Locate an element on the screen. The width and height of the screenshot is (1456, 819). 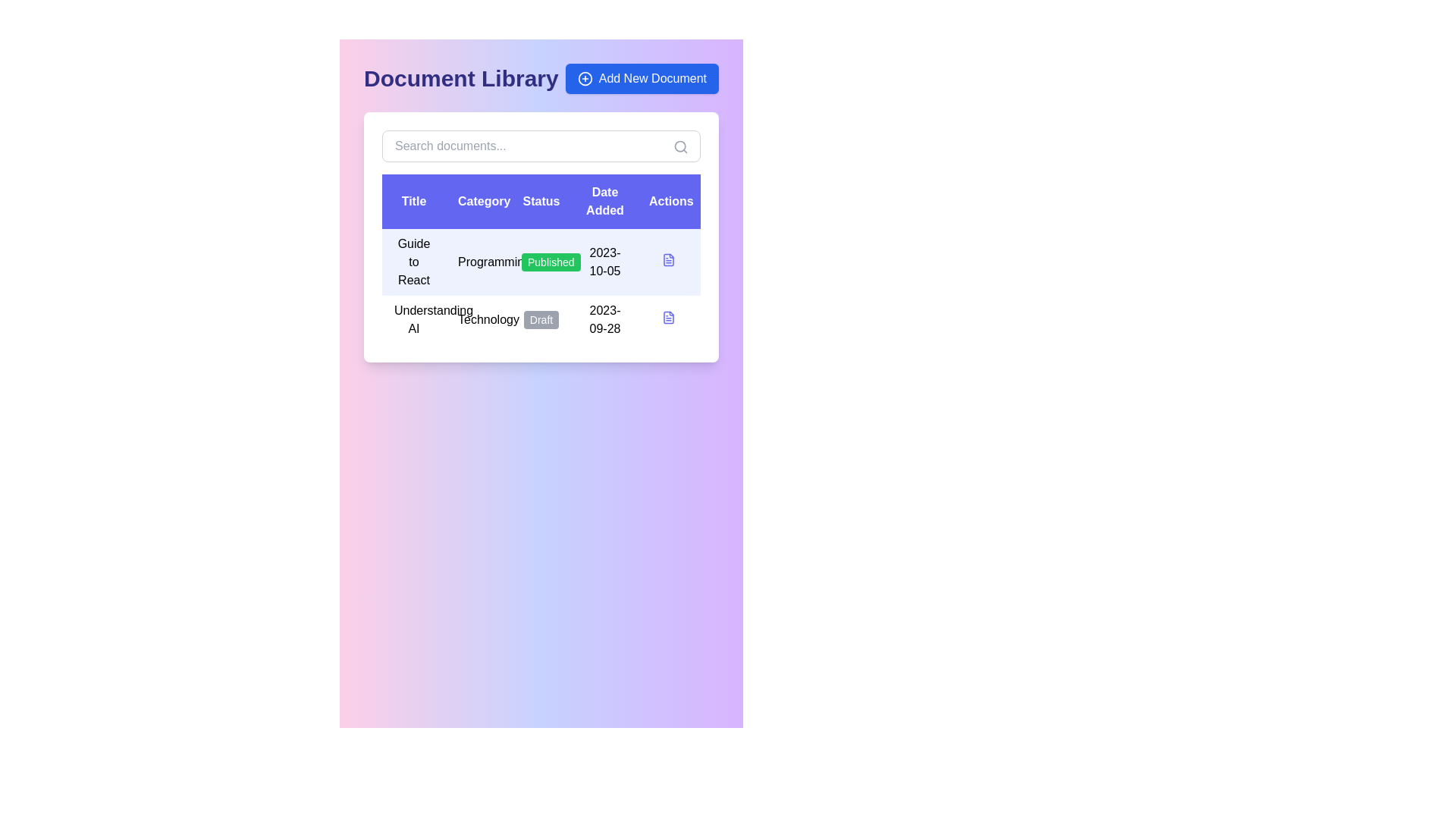
the document icon in the 'Actions' column of the first row in the document table is located at coordinates (668, 259).